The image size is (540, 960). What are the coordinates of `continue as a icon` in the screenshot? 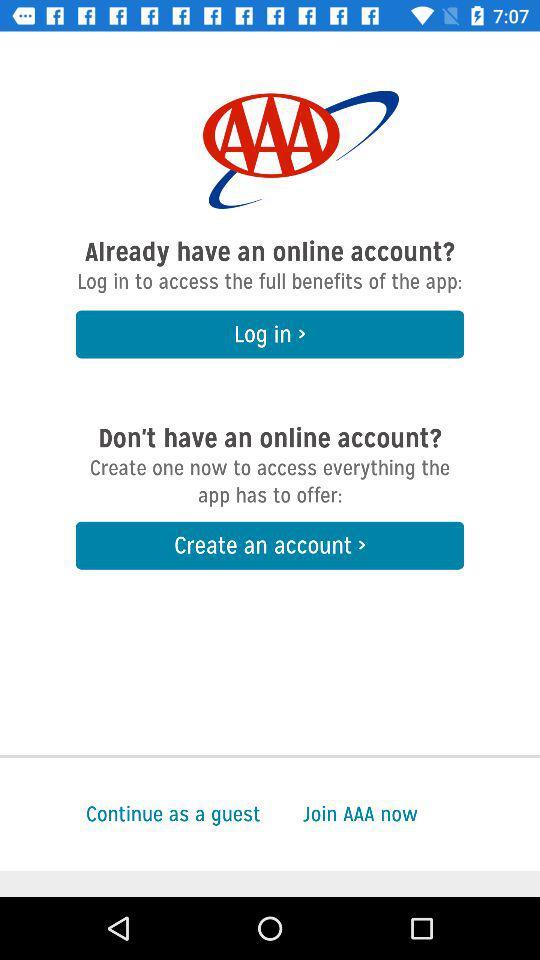 It's located at (130, 814).